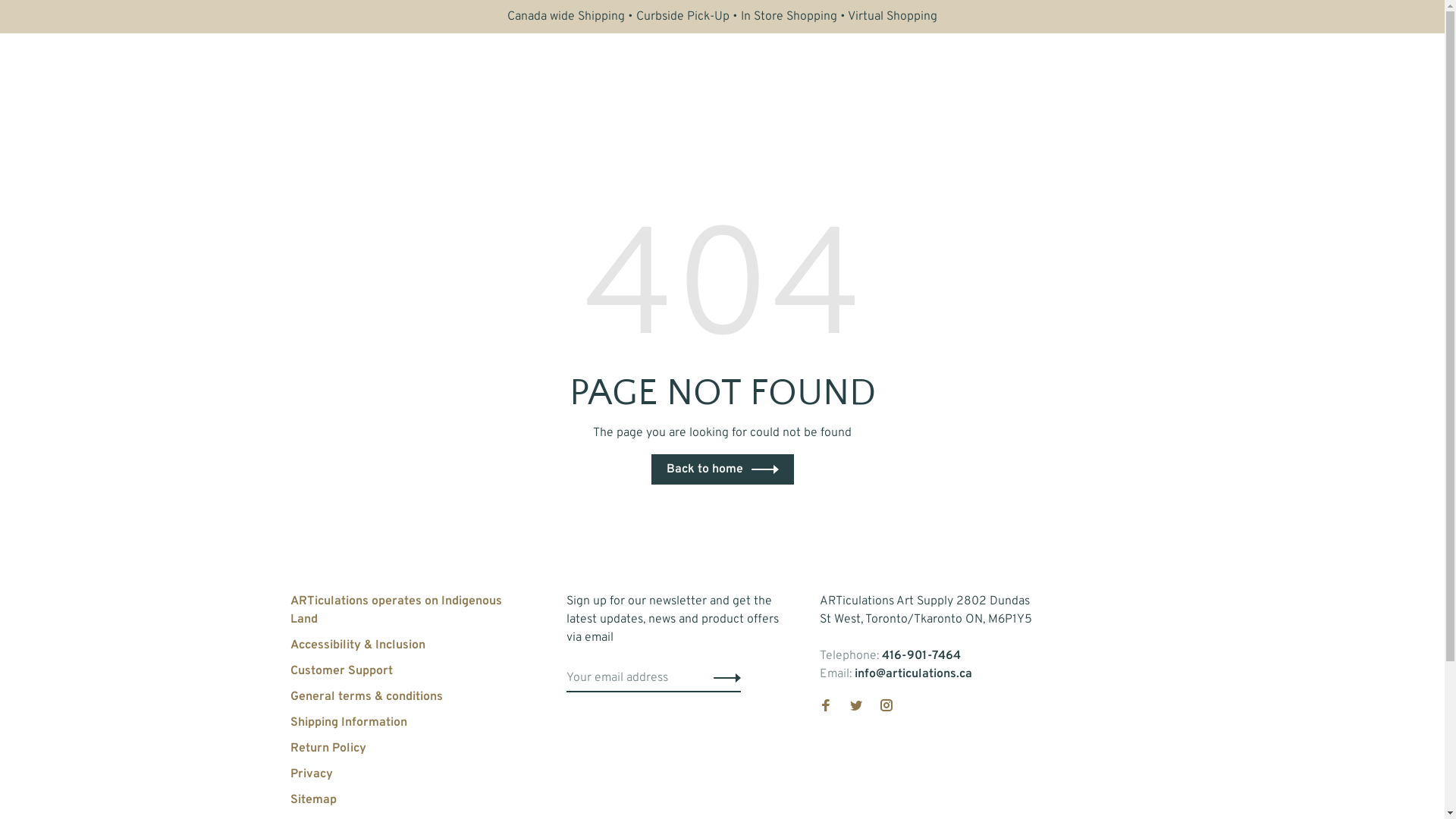 This screenshot has width=1456, height=819. What do you see at coordinates (818, 654) in the screenshot?
I see `'Telephone: 416-901-7464'` at bounding box center [818, 654].